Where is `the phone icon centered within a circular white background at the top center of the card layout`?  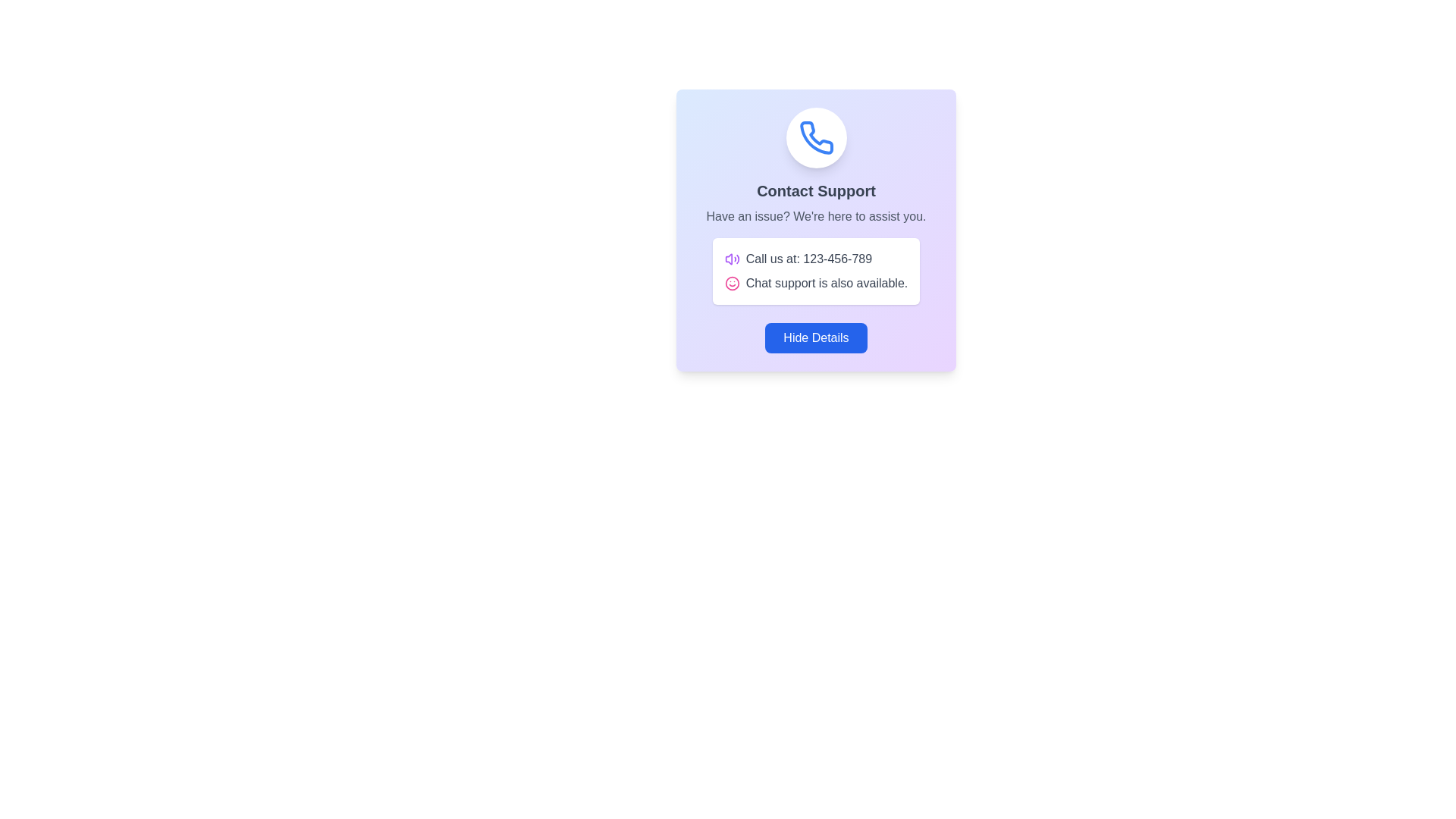 the phone icon centered within a circular white background at the top center of the card layout is located at coordinates (815, 137).